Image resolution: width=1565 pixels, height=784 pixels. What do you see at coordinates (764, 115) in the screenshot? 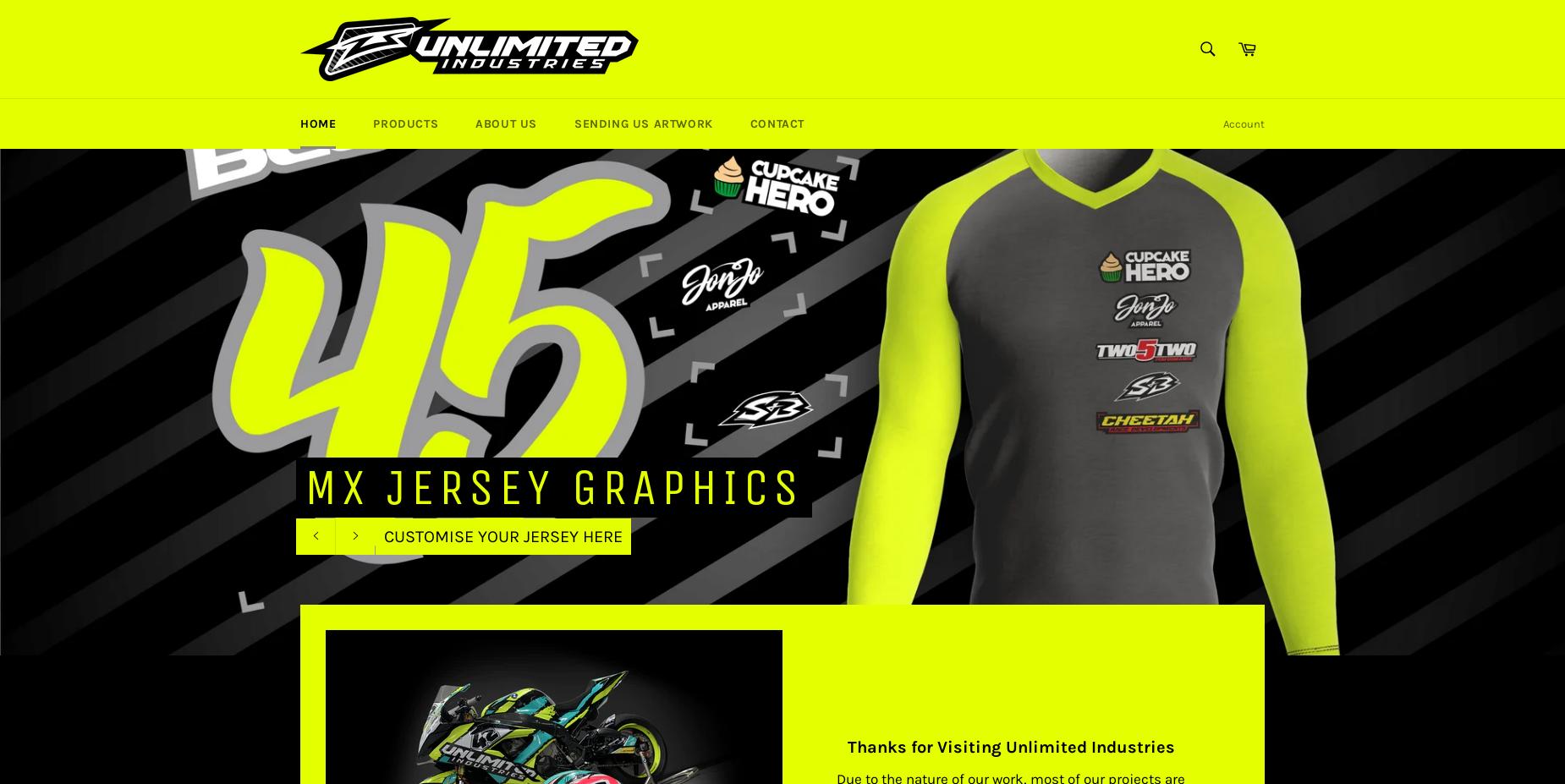
I see `'View cart and check out'` at bounding box center [764, 115].